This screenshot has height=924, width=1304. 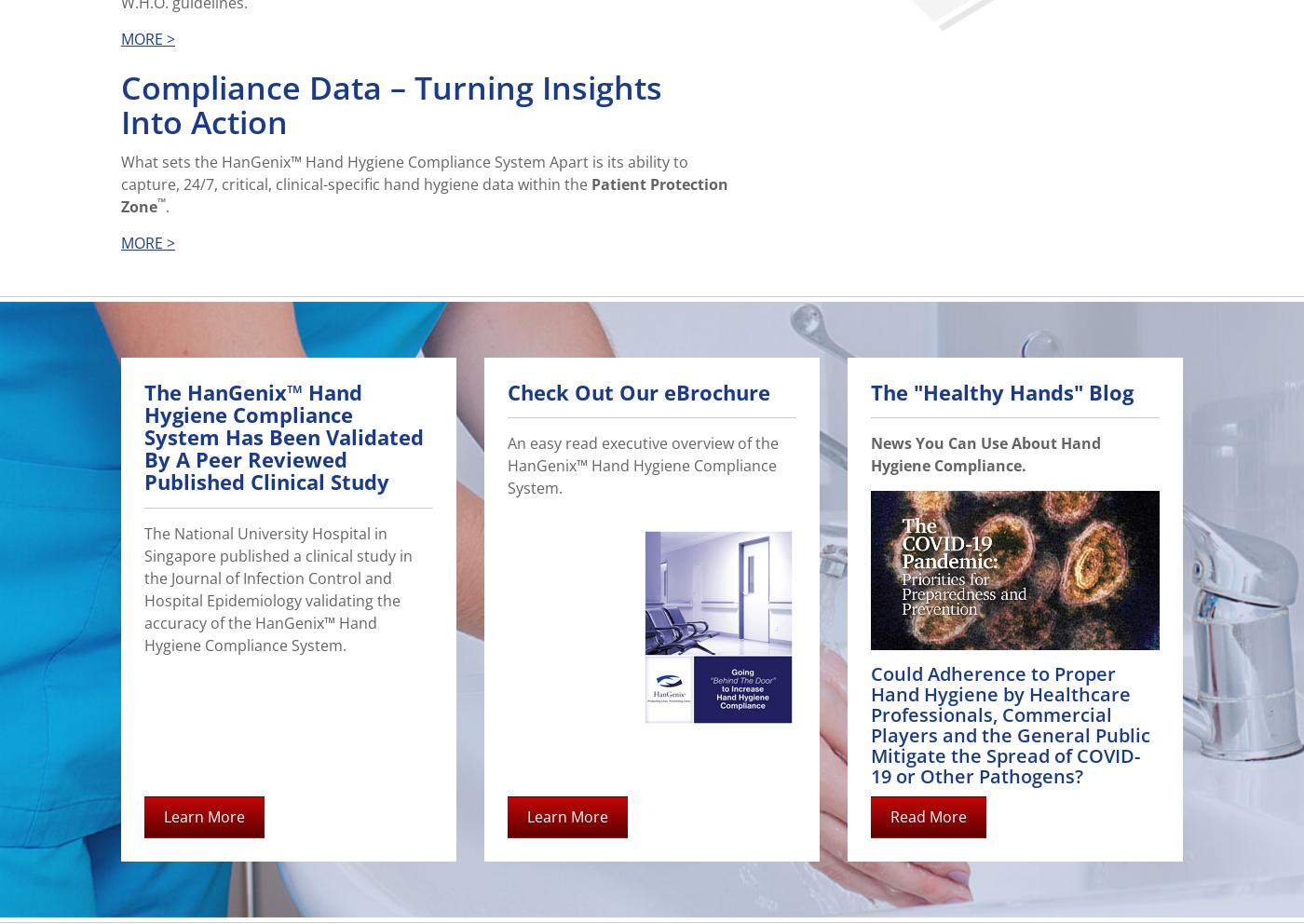 I want to click on 'News You Can Use About Hand Hygiene Compliance.', so click(x=985, y=453).